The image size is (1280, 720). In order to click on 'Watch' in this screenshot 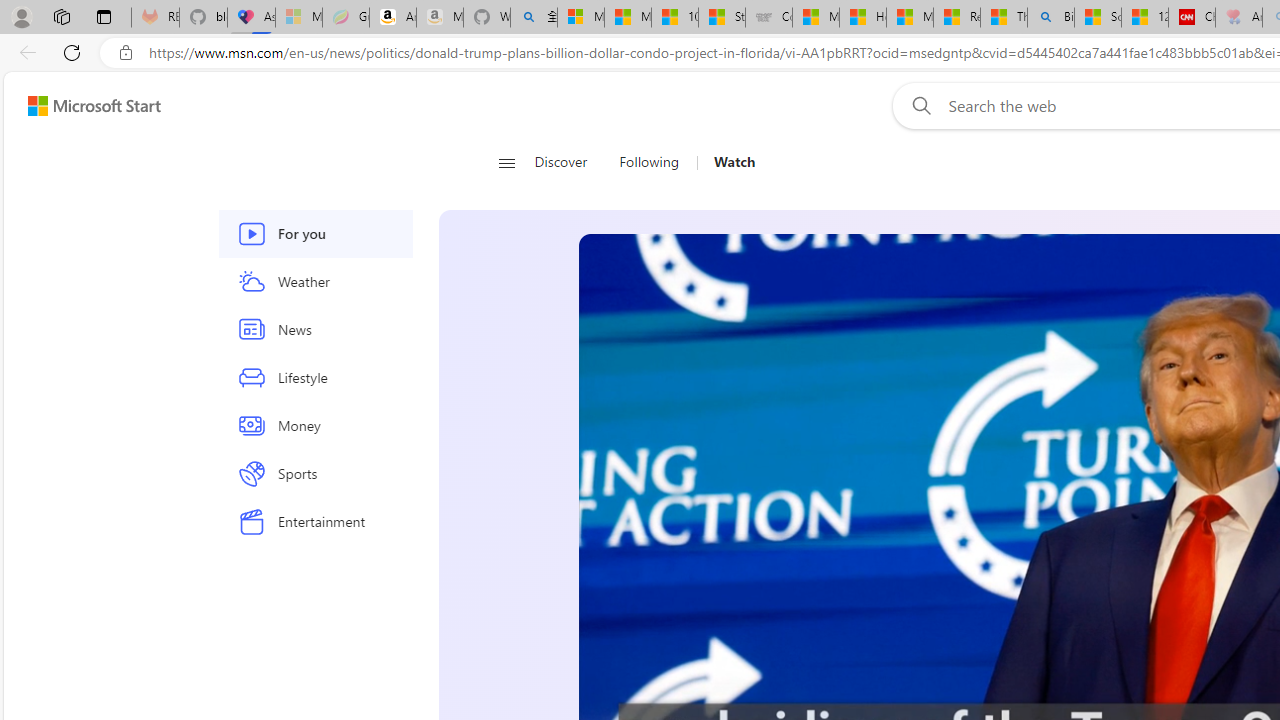, I will do `click(733, 162)`.